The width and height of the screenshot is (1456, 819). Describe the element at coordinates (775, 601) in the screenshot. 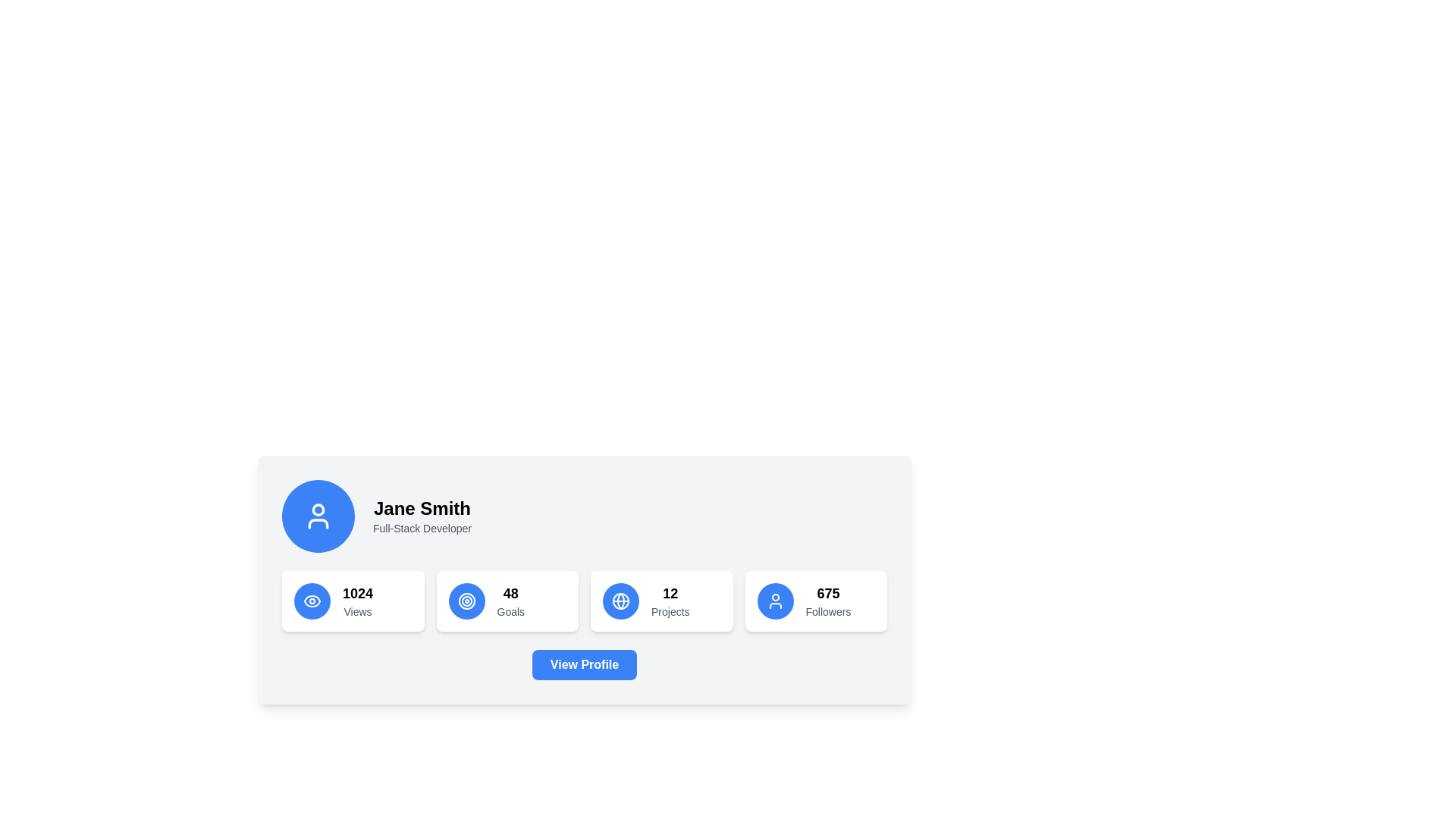

I see `the profile icon, which is a light blue circular head and shoulders outline located in a blue circular button at the top-left corner of the profile card` at that location.